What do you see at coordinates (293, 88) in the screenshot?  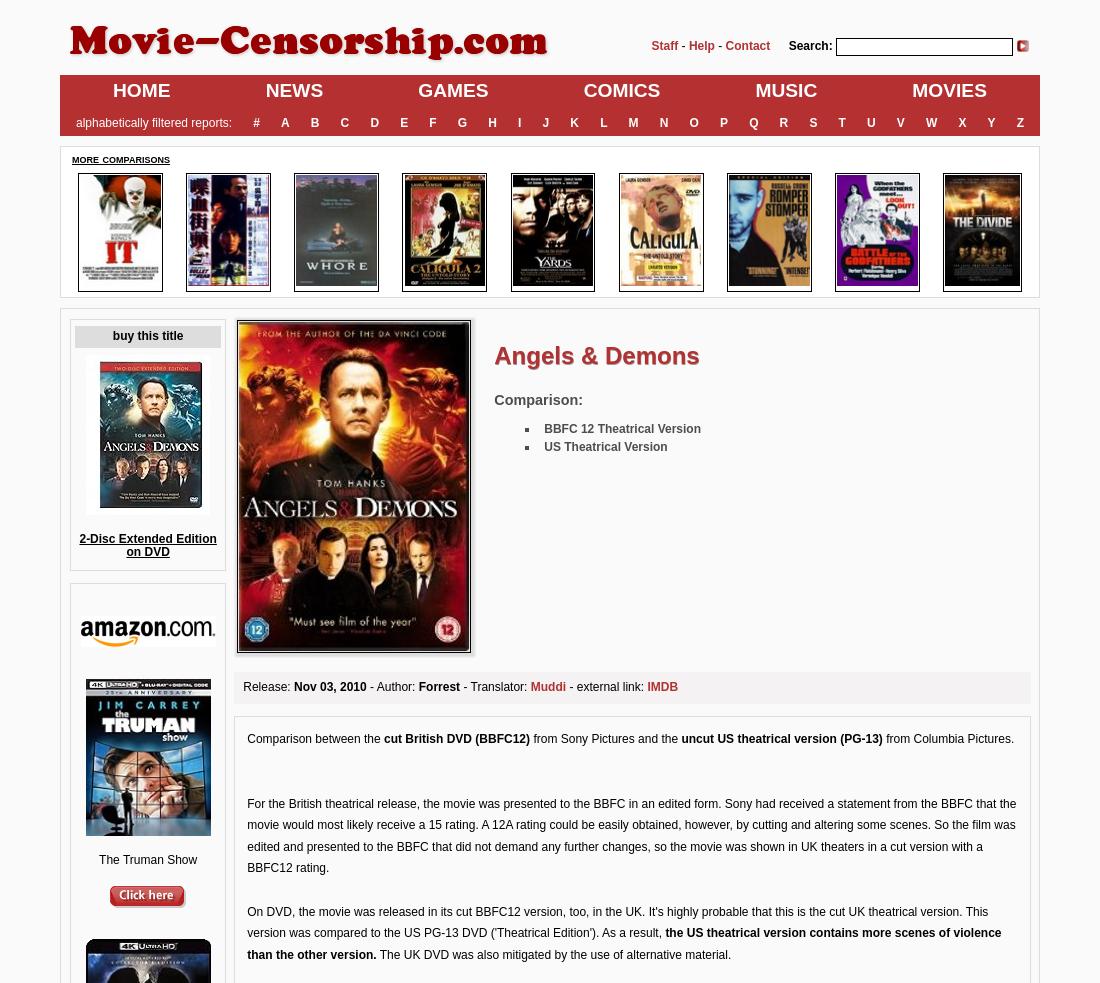 I see `'NEWS'` at bounding box center [293, 88].